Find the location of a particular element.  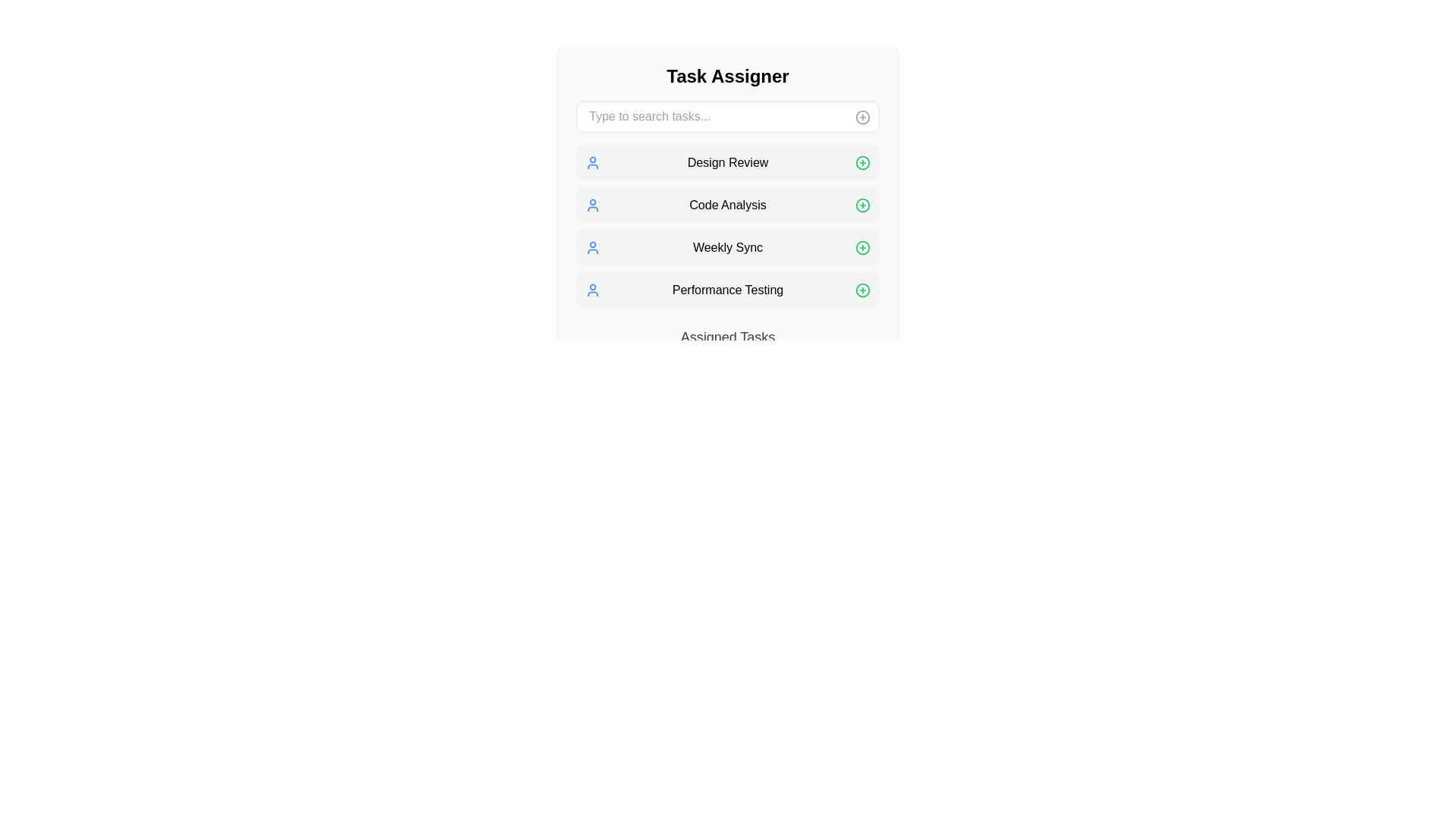

the circular green bordered button with a plus sign inside, located at the far right of the 'Code Analysis' row, for accessibility interactions is located at coordinates (862, 205).